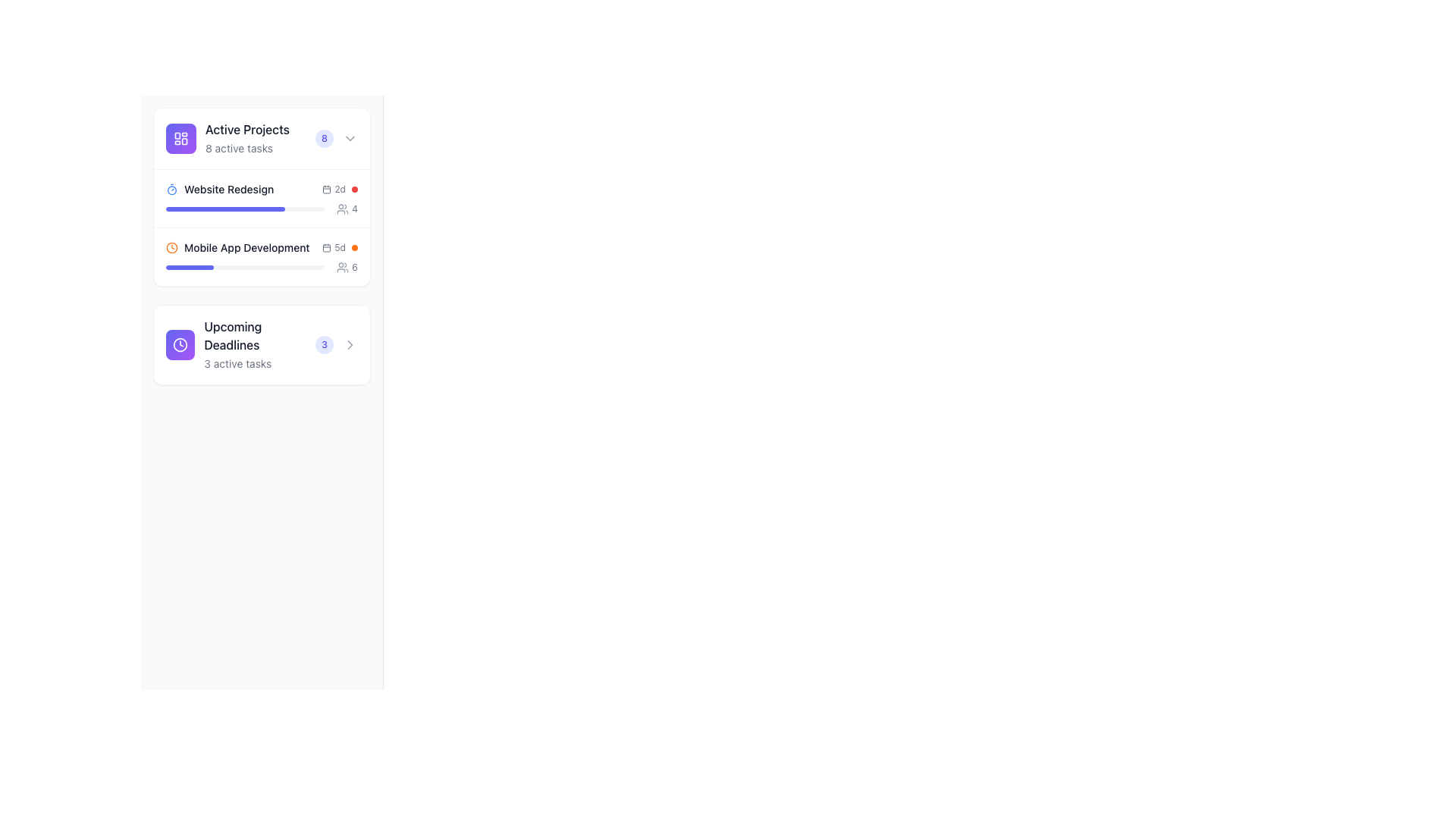 This screenshot has height=819, width=1456. I want to click on the orange minimalist clock icon located to the left of the 'Mobile App Development' text, so click(171, 247).